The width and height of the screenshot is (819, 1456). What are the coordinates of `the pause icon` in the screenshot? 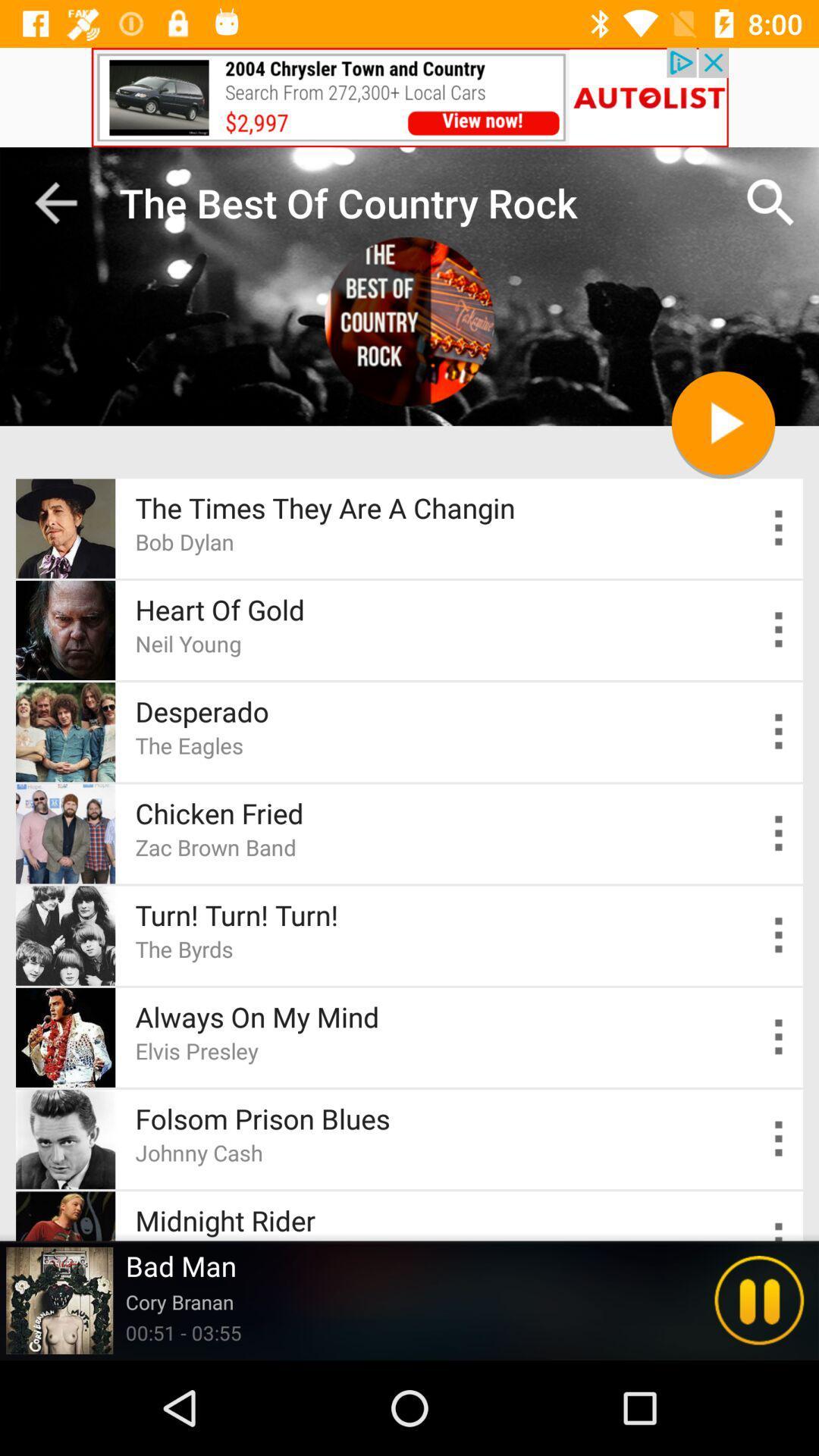 It's located at (759, 1300).